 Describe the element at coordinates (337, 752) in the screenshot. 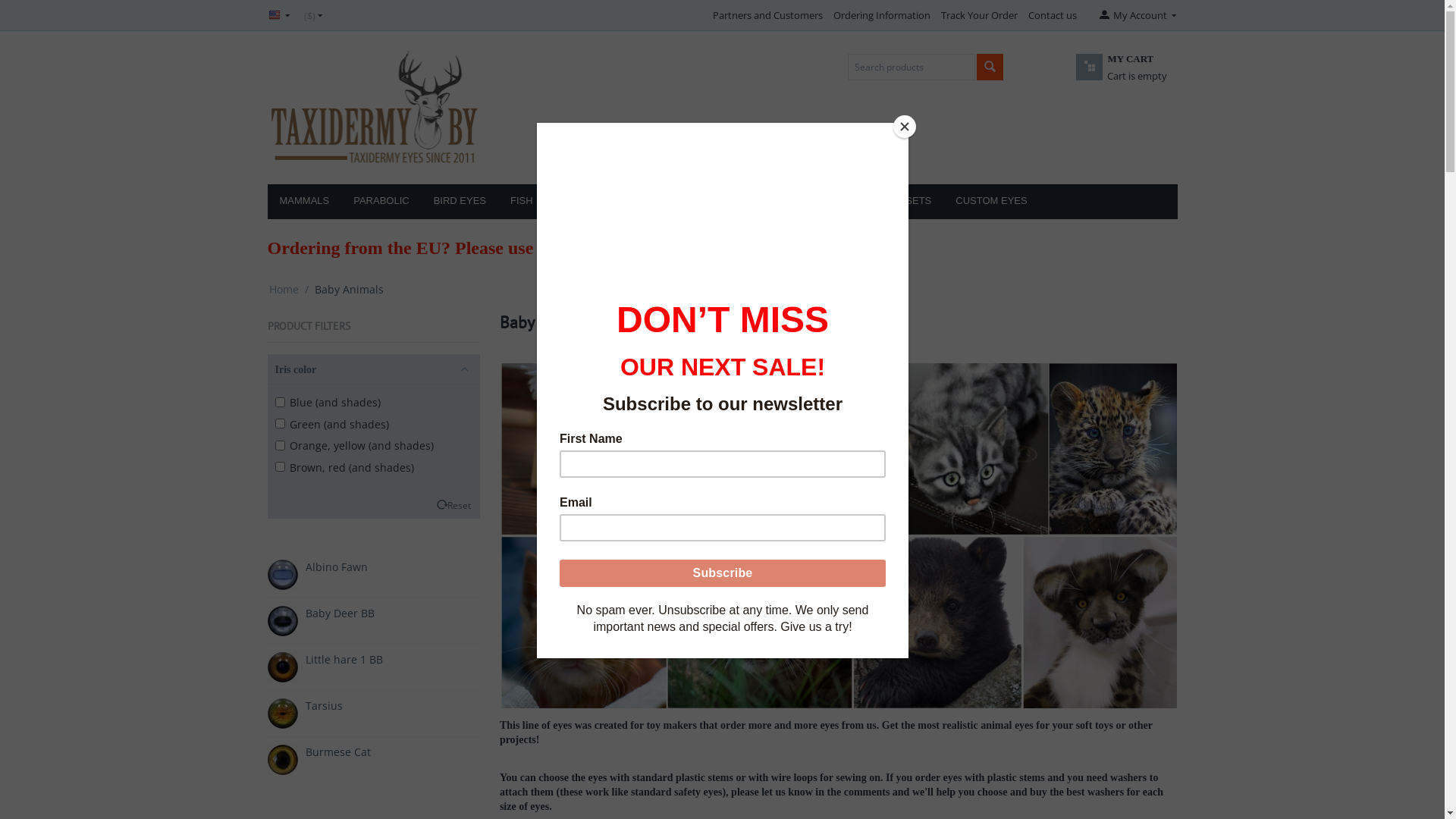

I see `'Burmese Cat'` at that location.